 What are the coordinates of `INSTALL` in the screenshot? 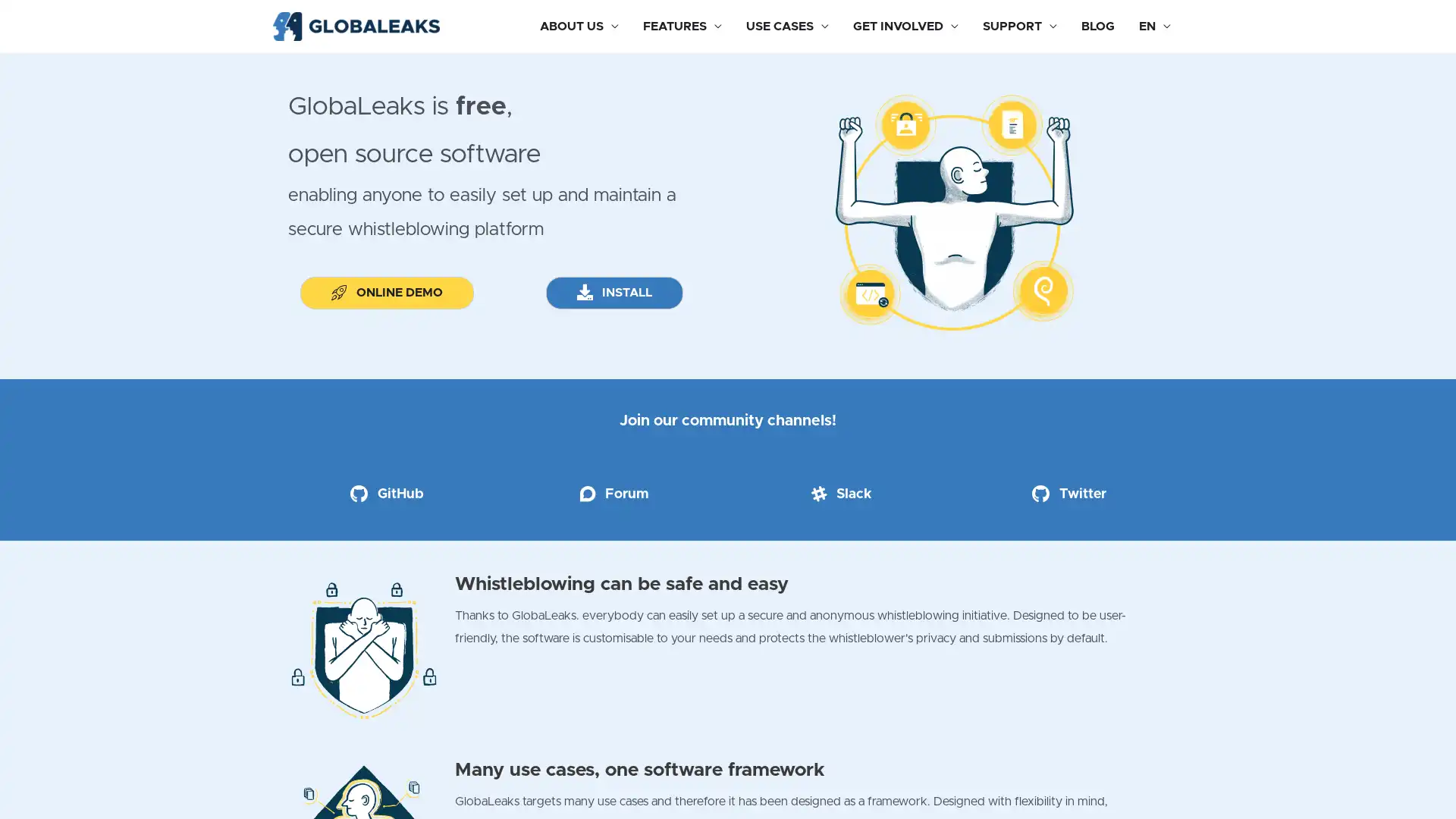 It's located at (613, 293).